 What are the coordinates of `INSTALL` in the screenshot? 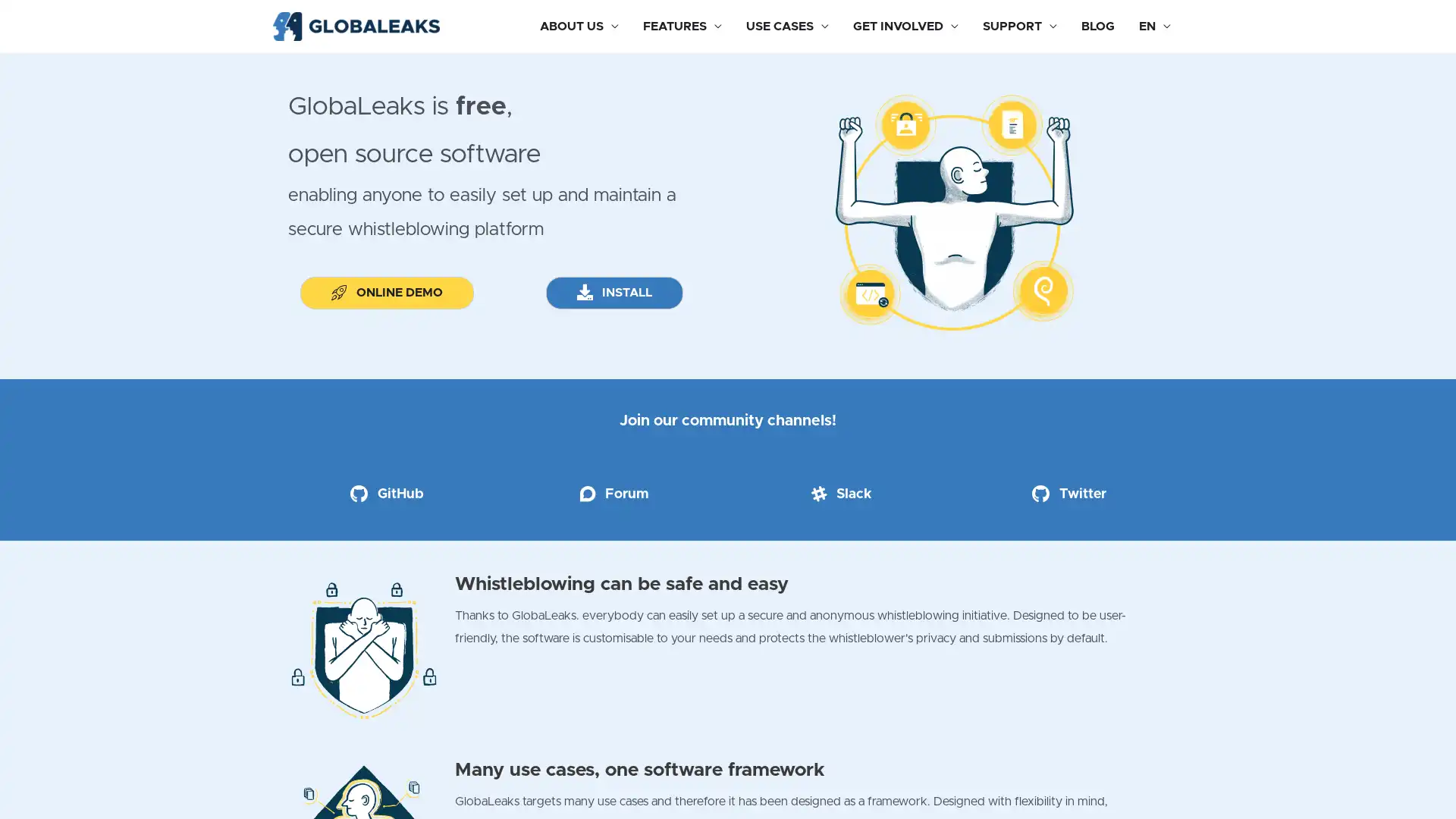 It's located at (613, 293).